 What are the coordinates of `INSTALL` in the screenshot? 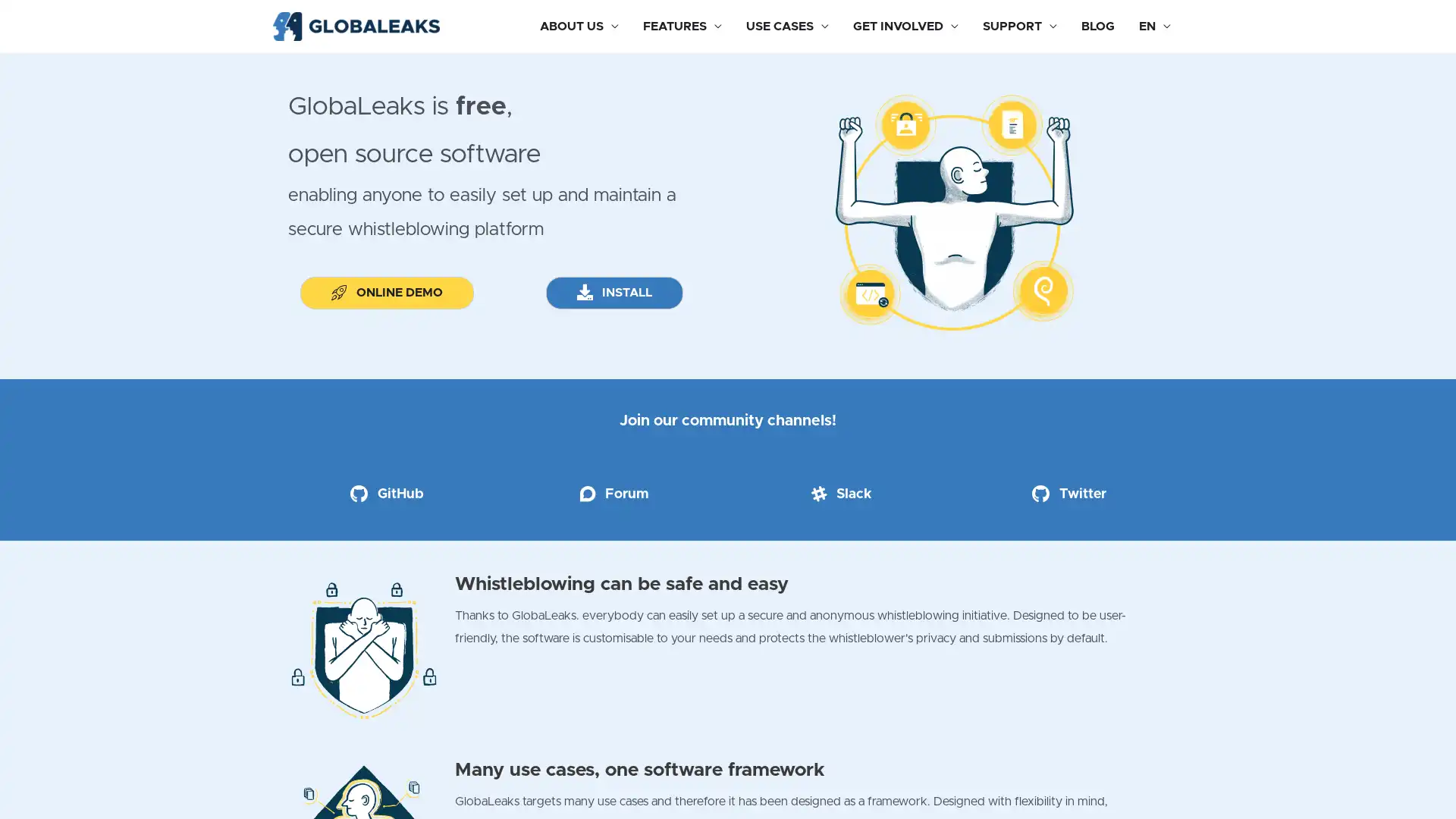 It's located at (613, 293).